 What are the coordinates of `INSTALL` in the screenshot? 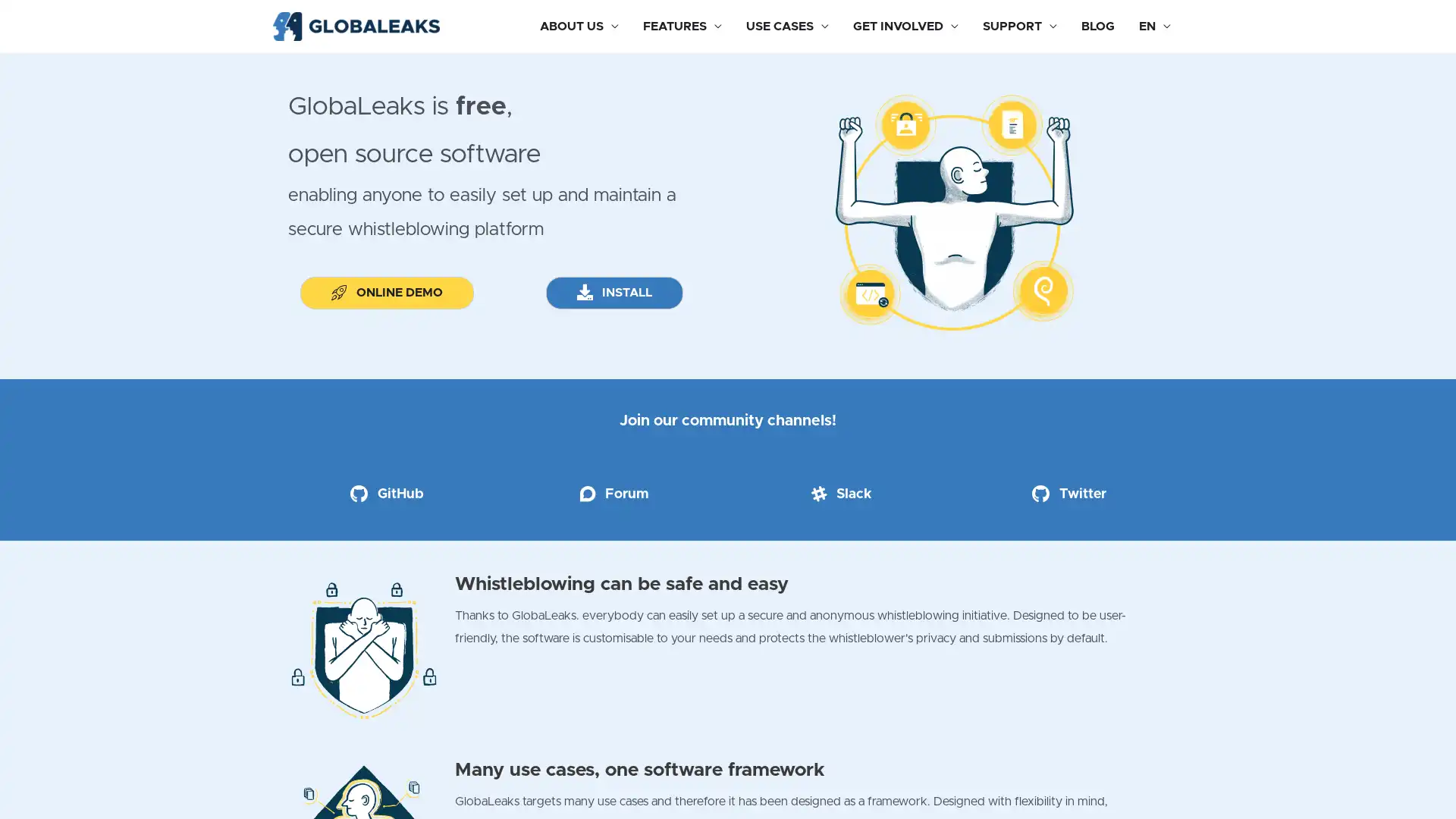 It's located at (613, 293).